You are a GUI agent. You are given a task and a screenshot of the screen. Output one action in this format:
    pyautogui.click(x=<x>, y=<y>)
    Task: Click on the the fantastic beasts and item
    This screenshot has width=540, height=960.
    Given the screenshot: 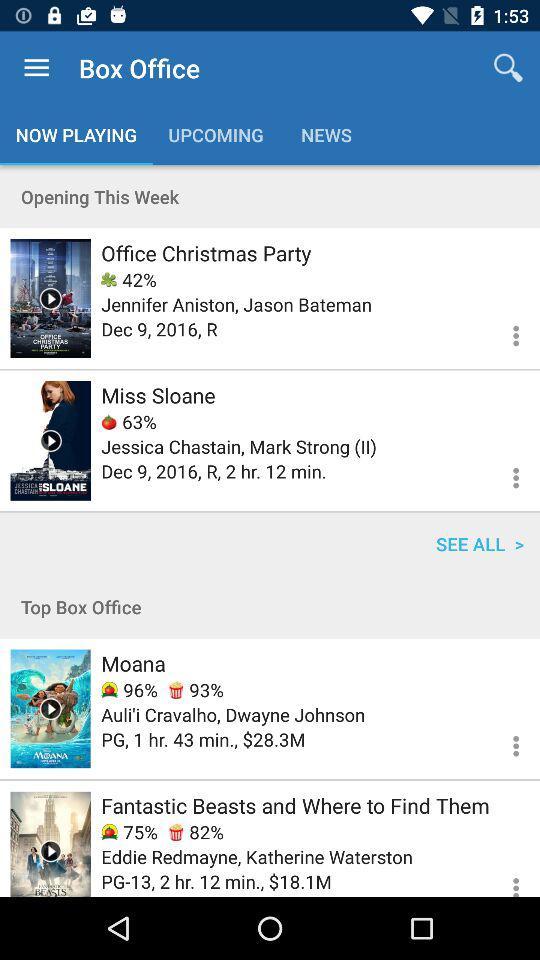 What is the action you would take?
    pyautogui.click(x=294, y=805)
    